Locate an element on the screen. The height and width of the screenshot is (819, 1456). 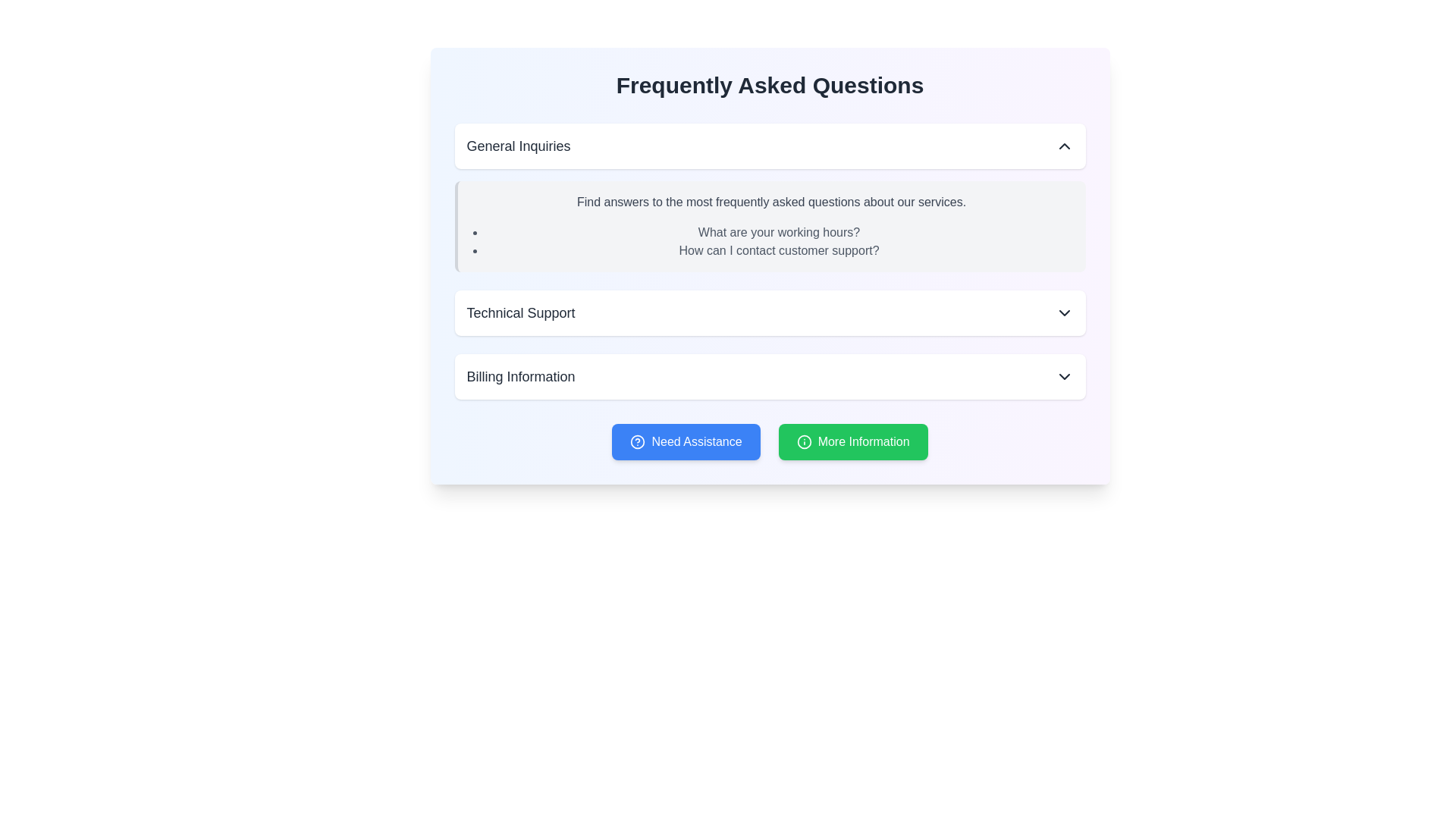
the Decorative information icon within the 'More Information' button, which is styled as an SVG icon with a circular outline, located on the left side of the button text is located at coordinates (803, 441).